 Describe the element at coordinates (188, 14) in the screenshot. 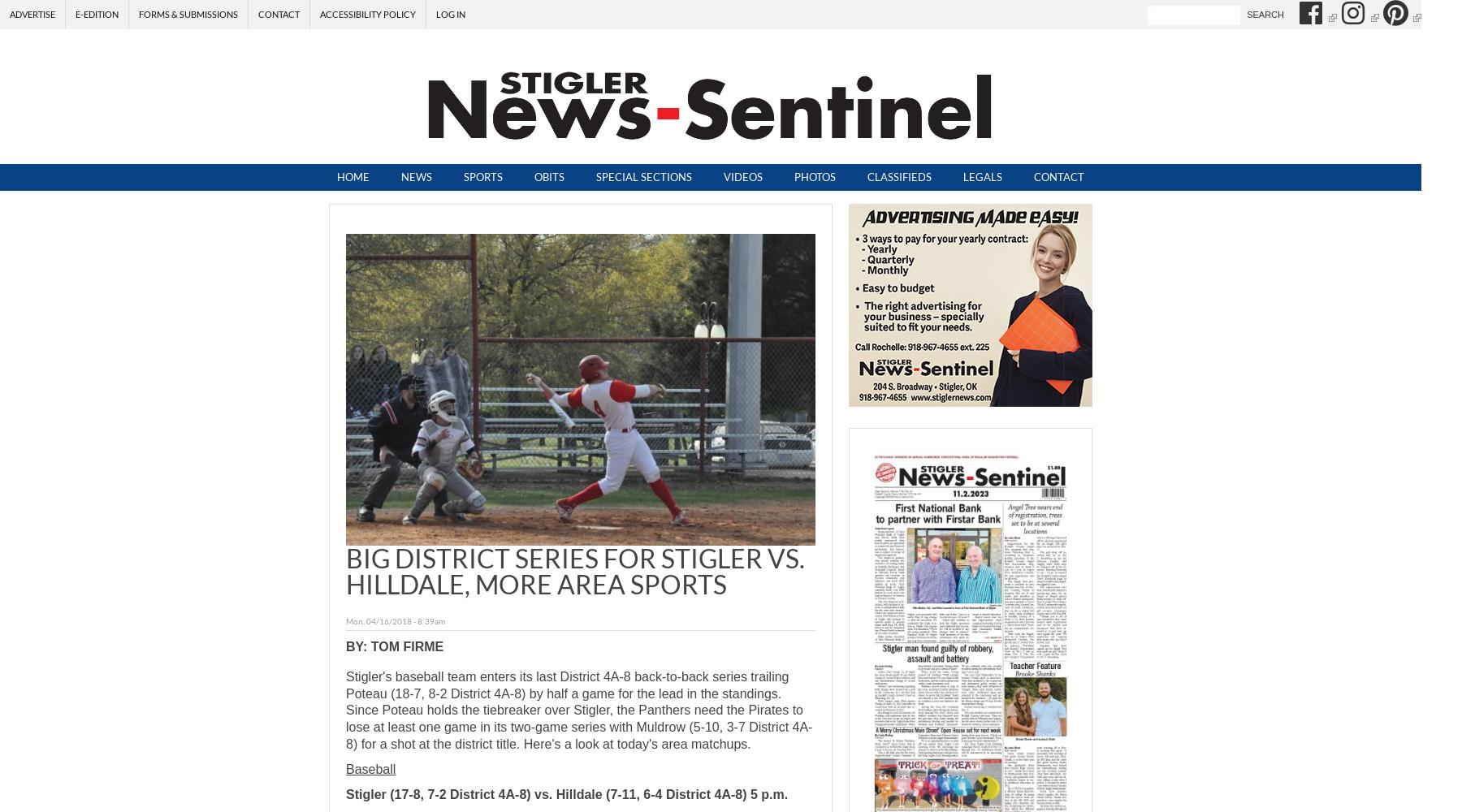

I see `'Forms & Submissions'` at that location.